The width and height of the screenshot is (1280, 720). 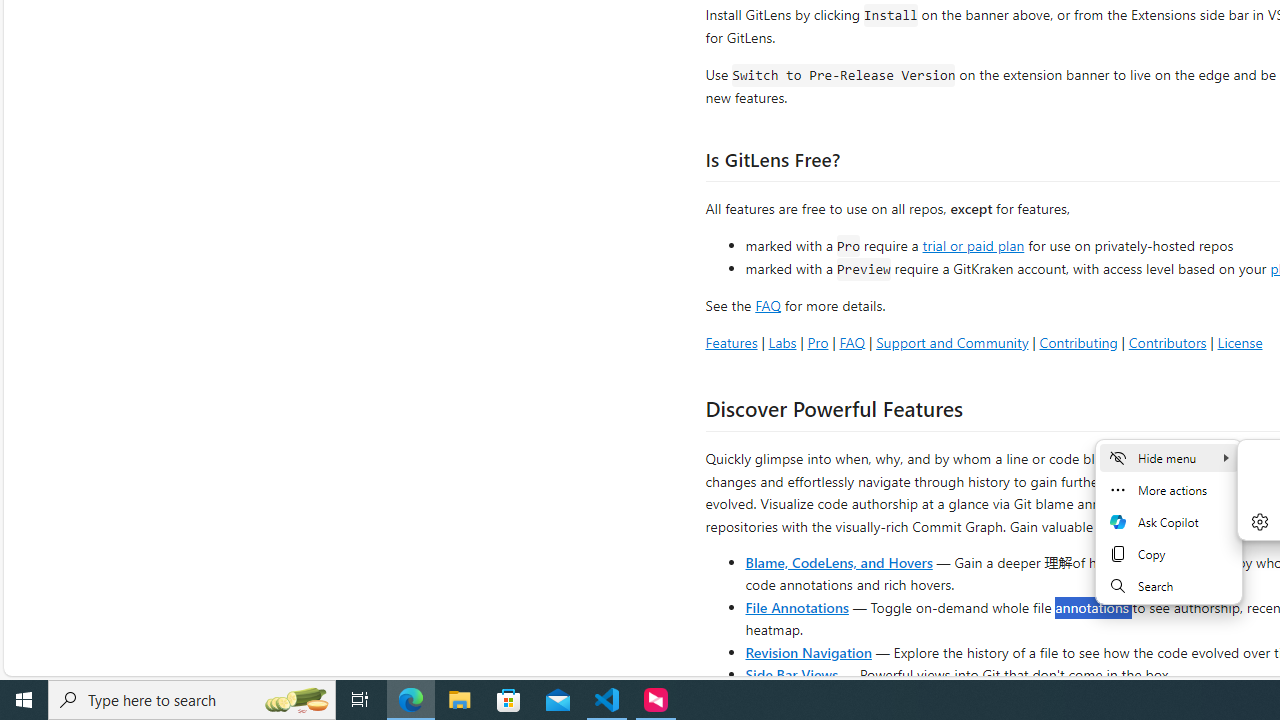 I want to click on 'Hide menu', so click(x=1168, y=457).